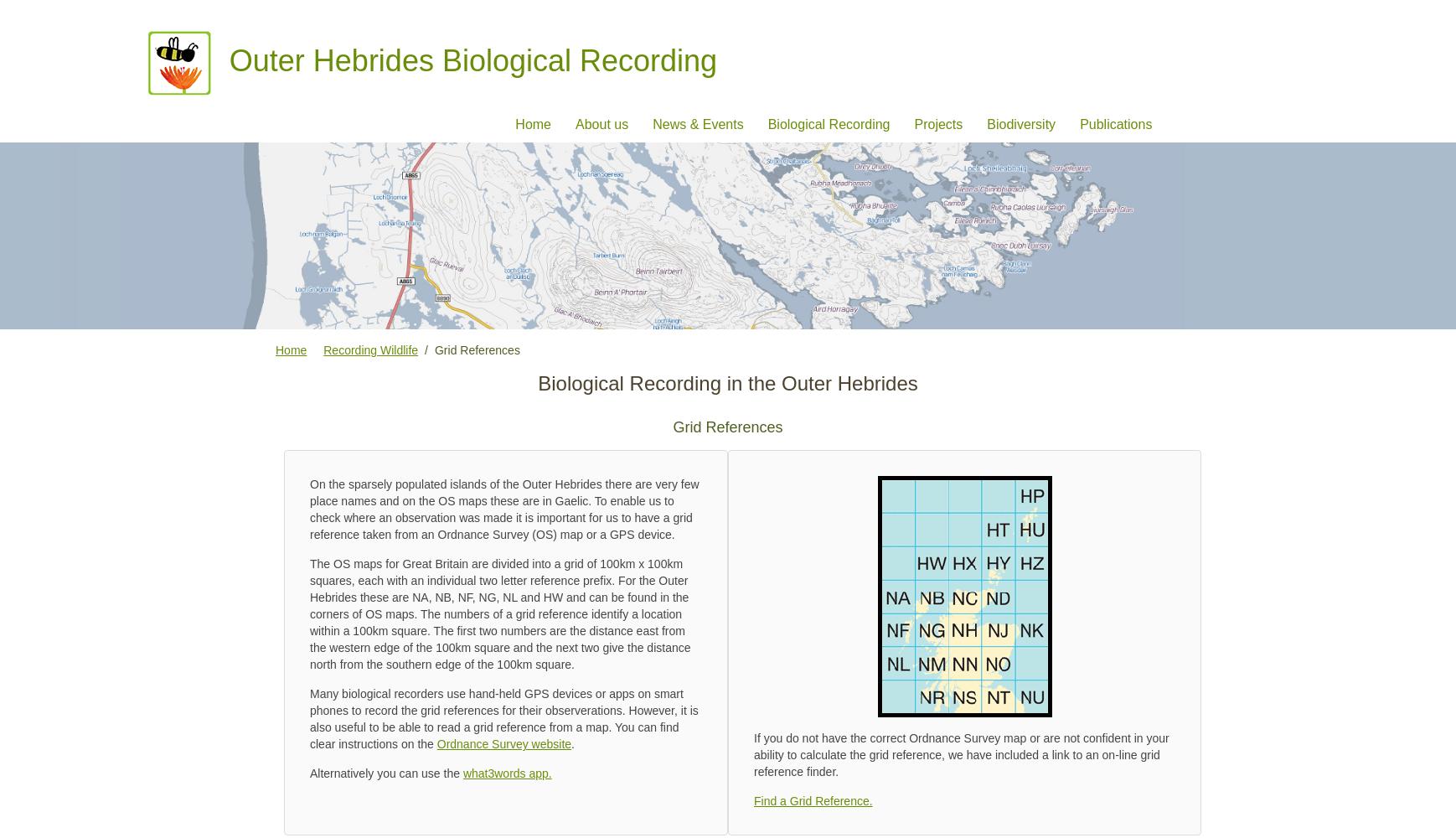  Describe the element at coordinates (1079, 123) in the screenshot. I see `'Publications'` at that location.